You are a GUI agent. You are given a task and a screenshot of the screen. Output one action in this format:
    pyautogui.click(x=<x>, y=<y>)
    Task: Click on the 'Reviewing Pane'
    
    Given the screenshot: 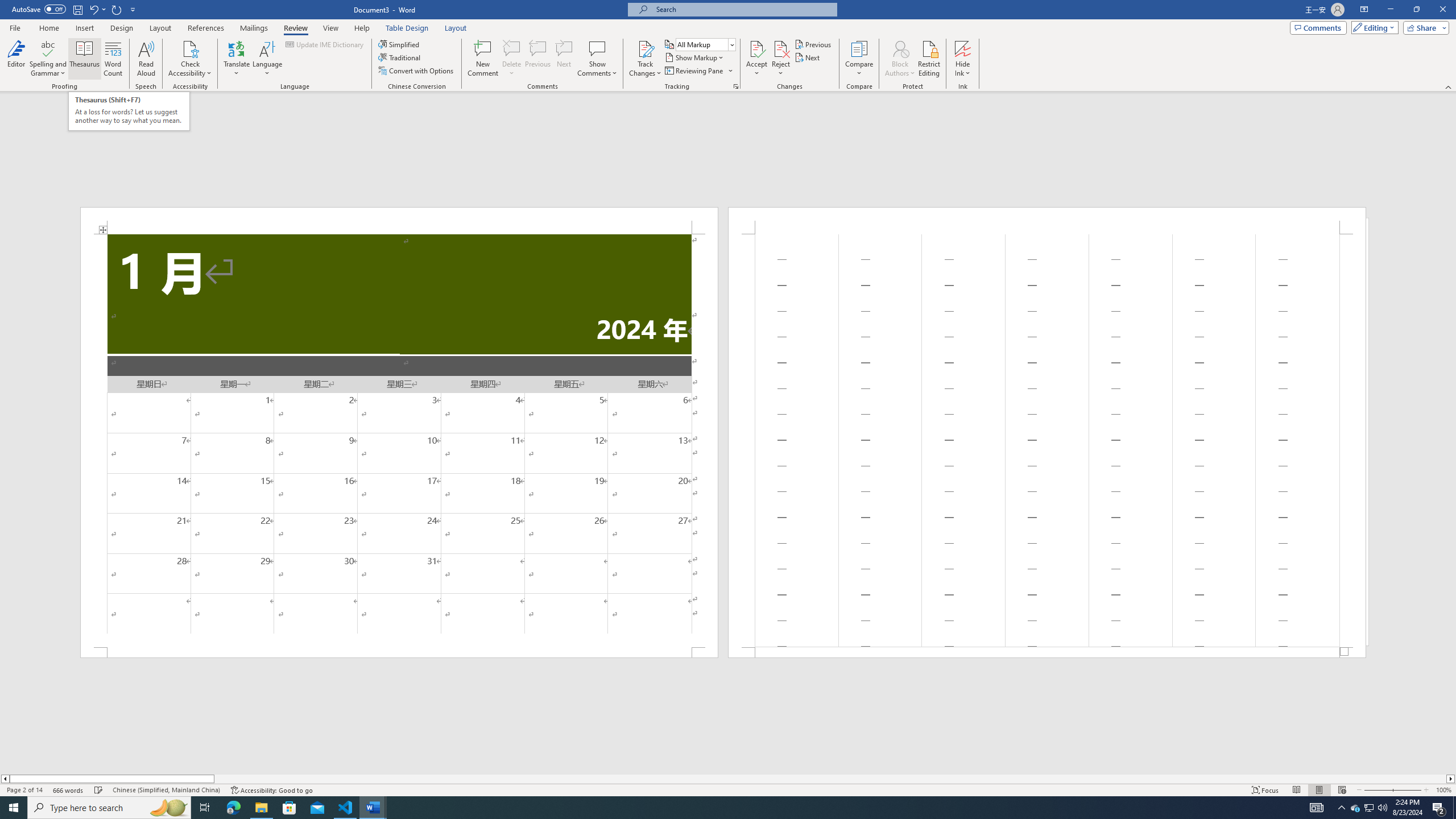 What is the action you would take?
    pyautogui.click(x=698, y=69)
    